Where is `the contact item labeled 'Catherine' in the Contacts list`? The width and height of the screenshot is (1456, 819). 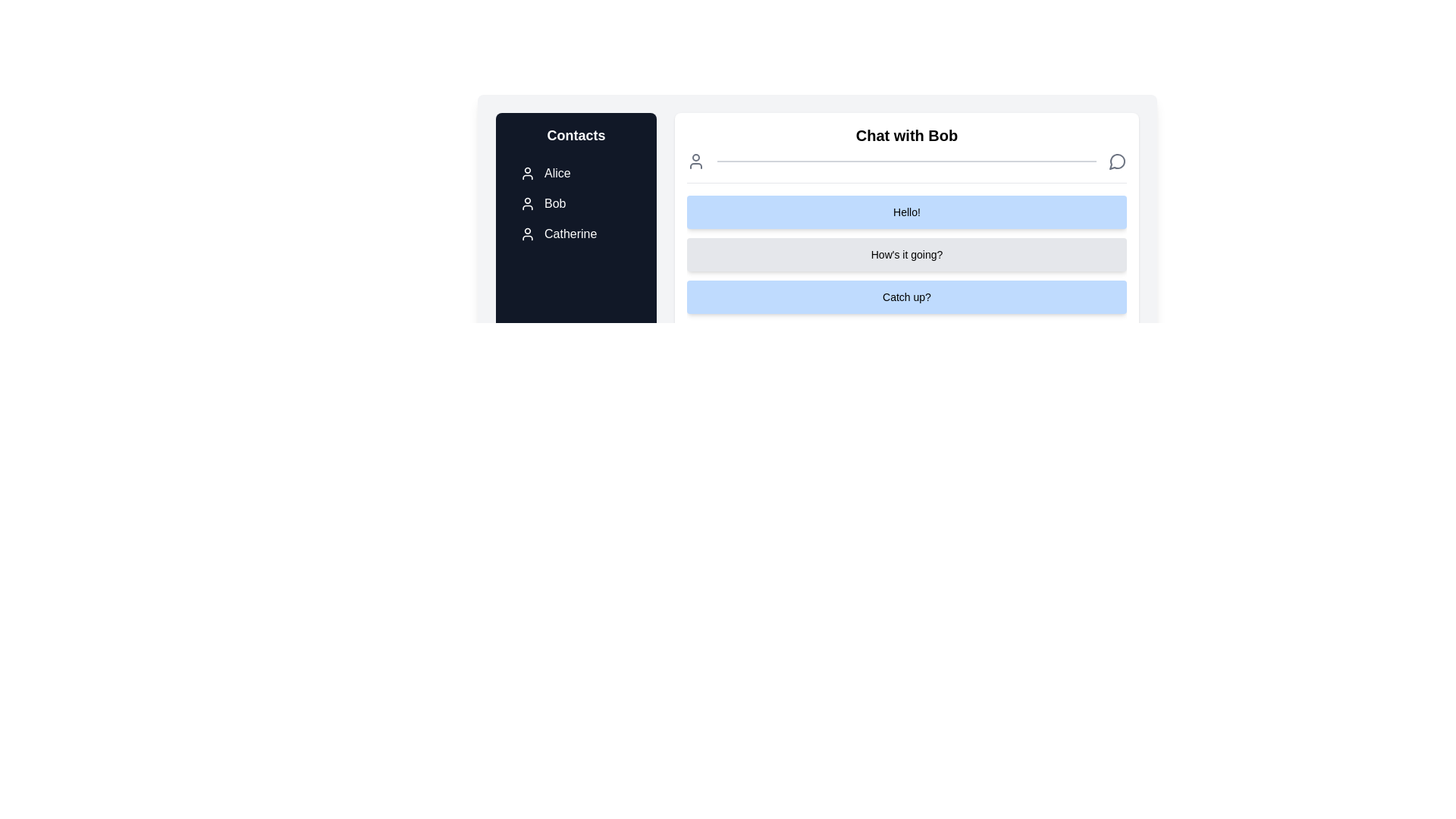 the contact item labeled 'Catherine' in the Contacts list is located at coordinates (575, 234).